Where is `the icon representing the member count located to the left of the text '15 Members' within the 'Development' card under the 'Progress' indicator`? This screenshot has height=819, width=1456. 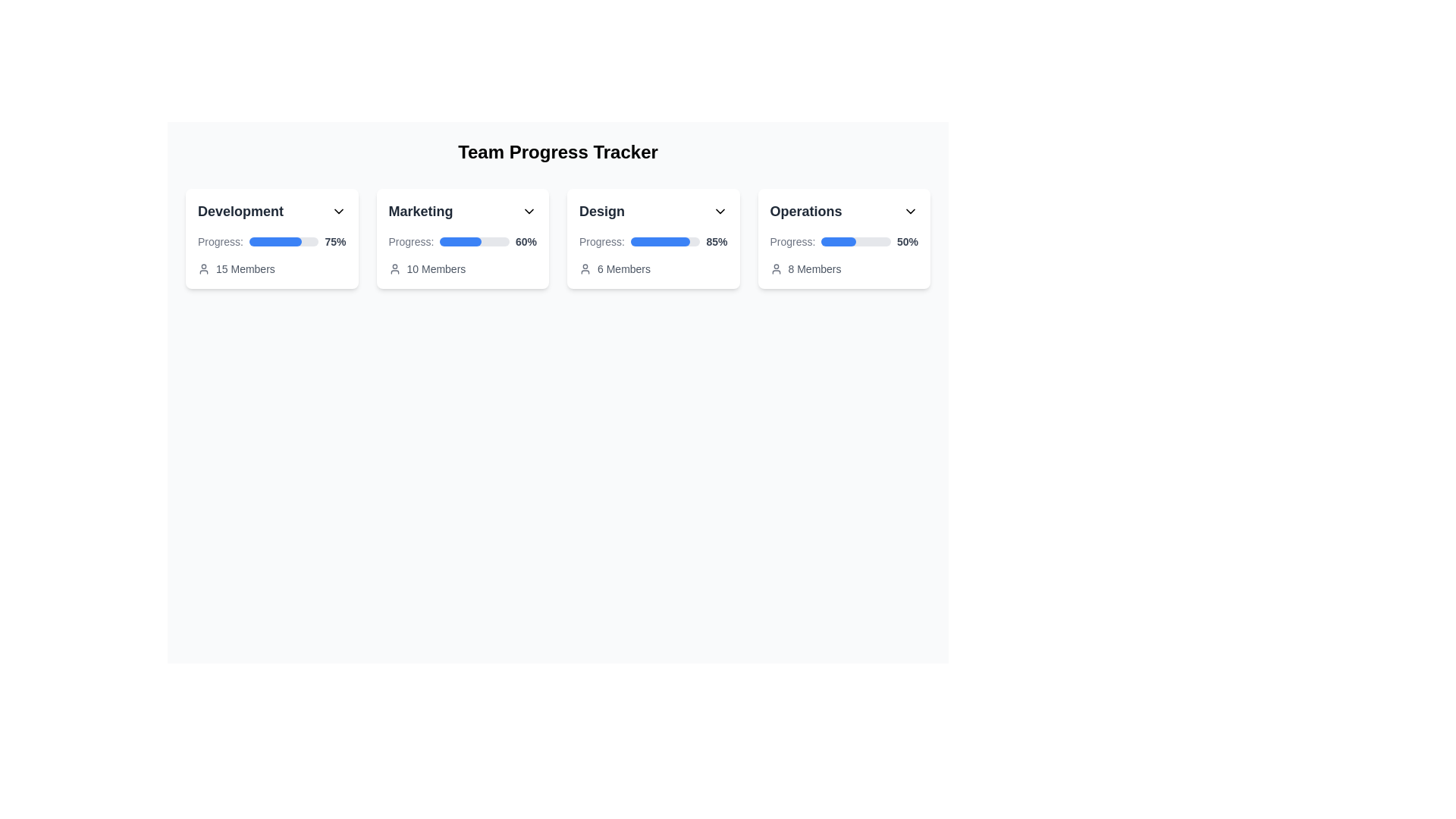 the icon representing the member count located to the left of the text '15 Members' within the 'Development' card under the 'Progress' indicator is located at coordinates (202, 268).